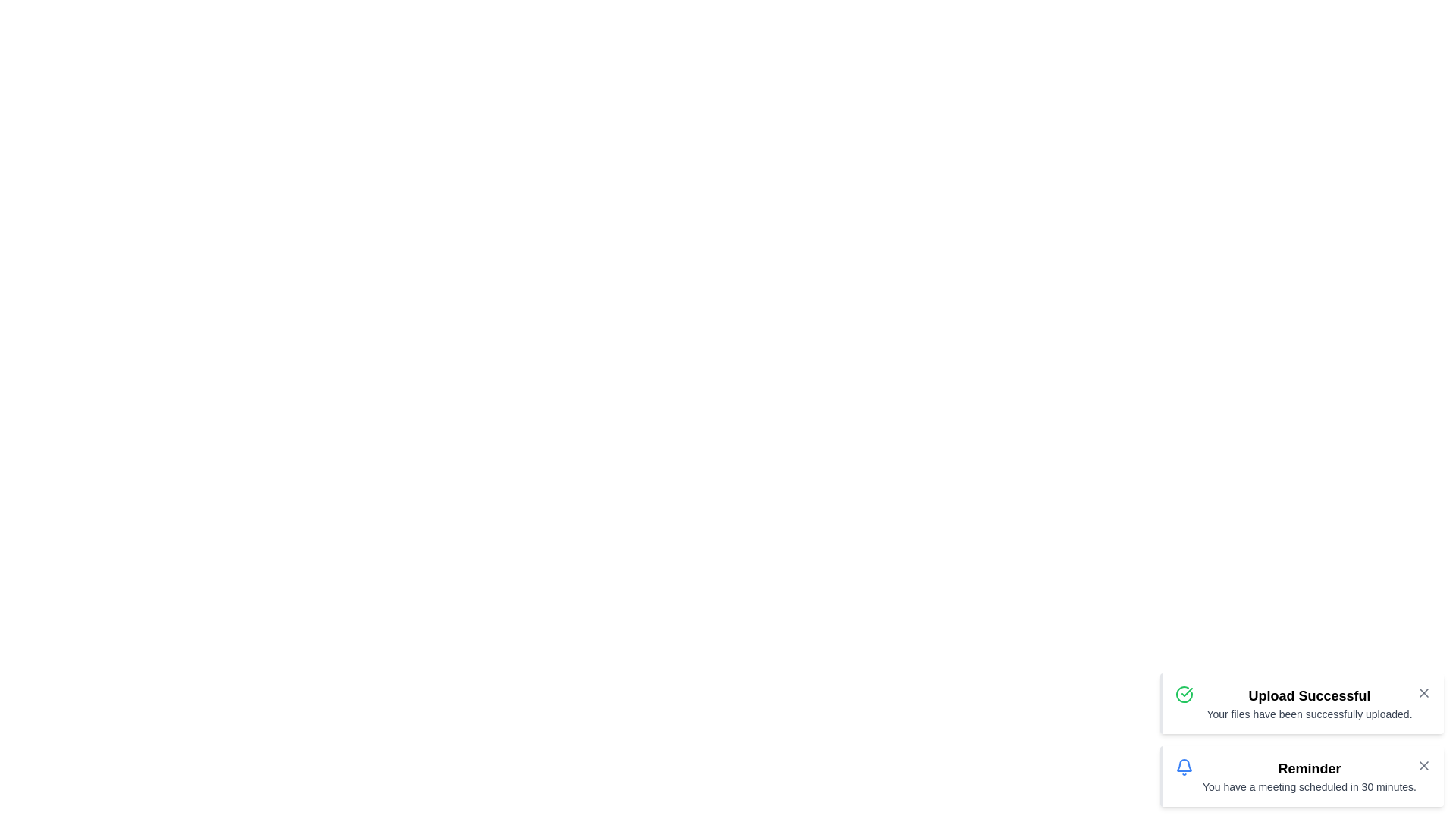  I want to click on the notification list vertically by -11 pixels, so click(1301, 739).